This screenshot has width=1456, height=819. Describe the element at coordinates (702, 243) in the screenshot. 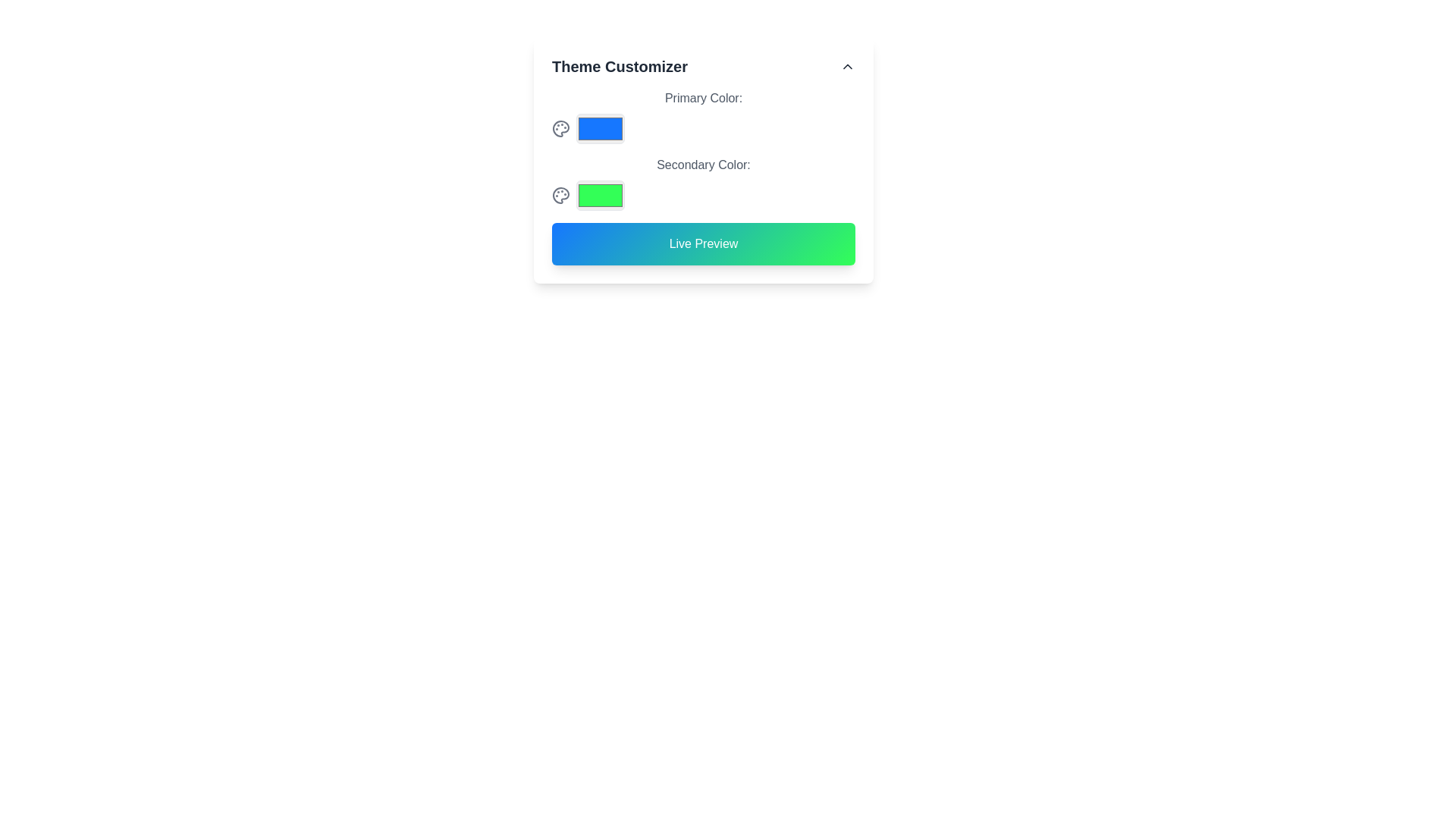

I see `the 'Live Preview' button, which is a rectangular button with a gradient background from blue to green and centered white text` at that location.